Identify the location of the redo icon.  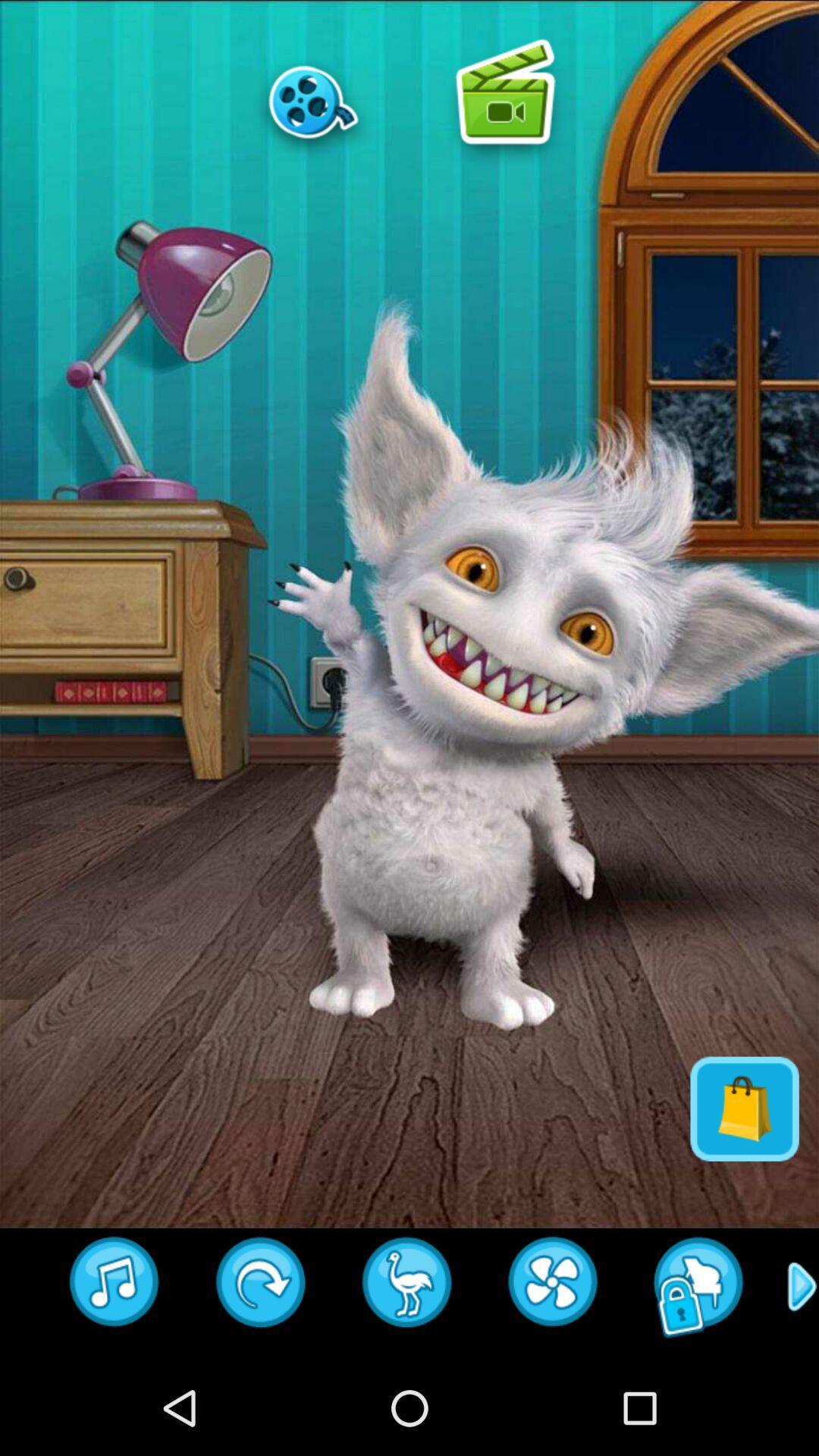
(260, 1377).